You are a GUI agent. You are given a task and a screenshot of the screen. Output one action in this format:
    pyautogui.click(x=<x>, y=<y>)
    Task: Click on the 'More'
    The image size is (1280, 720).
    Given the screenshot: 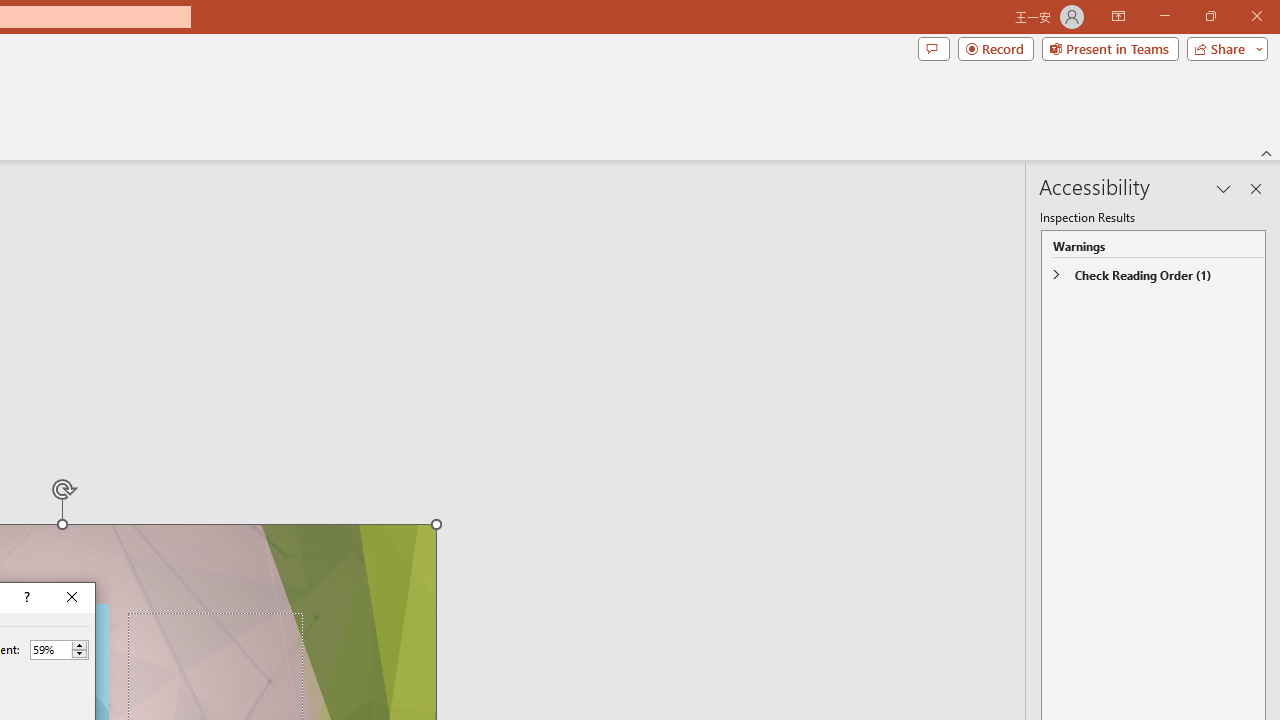 What is the action you would take?
    pyautogui.click(x=79, y=645)
    